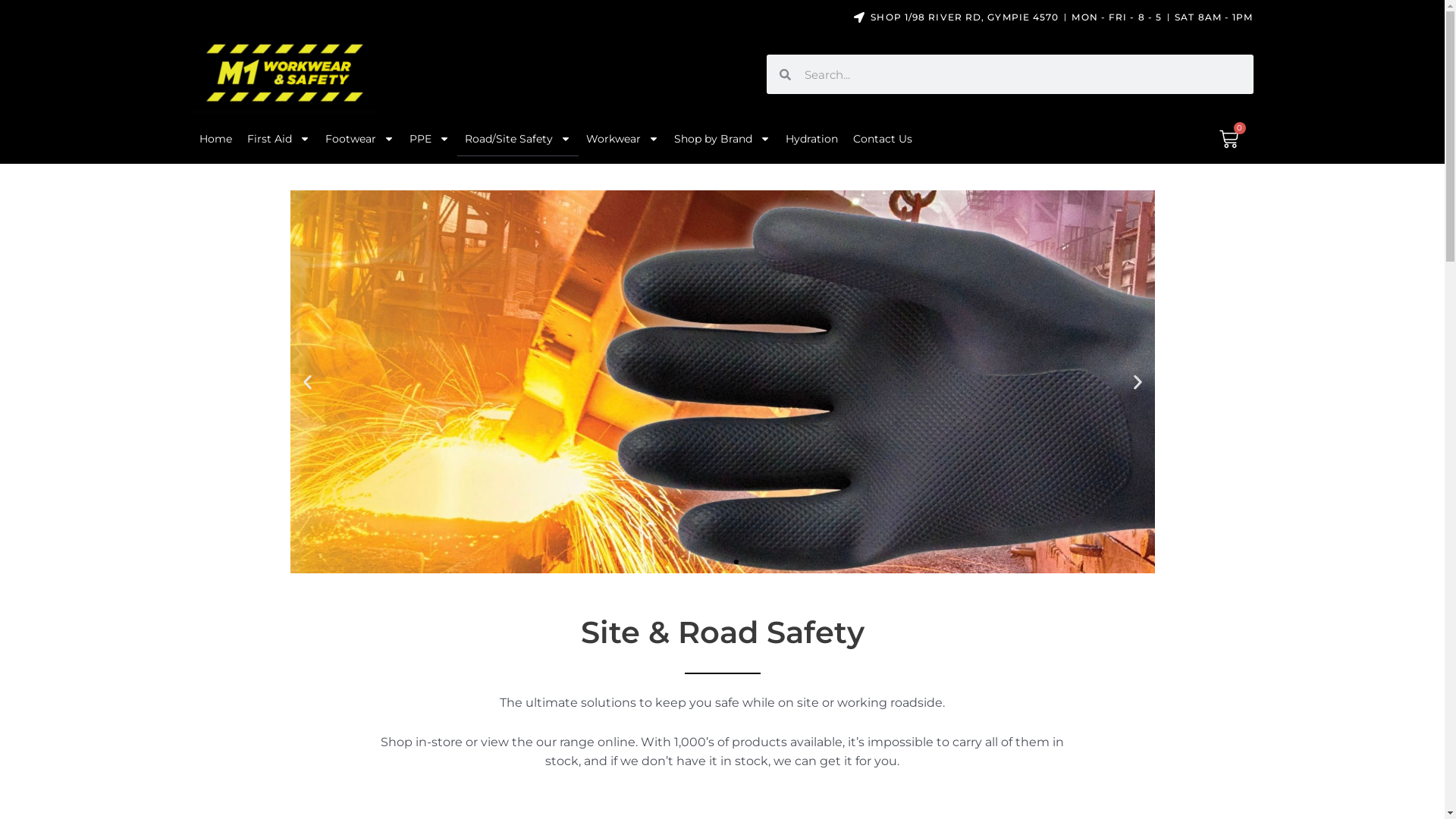  I want to click on 'Workwear', so click(622, 138).